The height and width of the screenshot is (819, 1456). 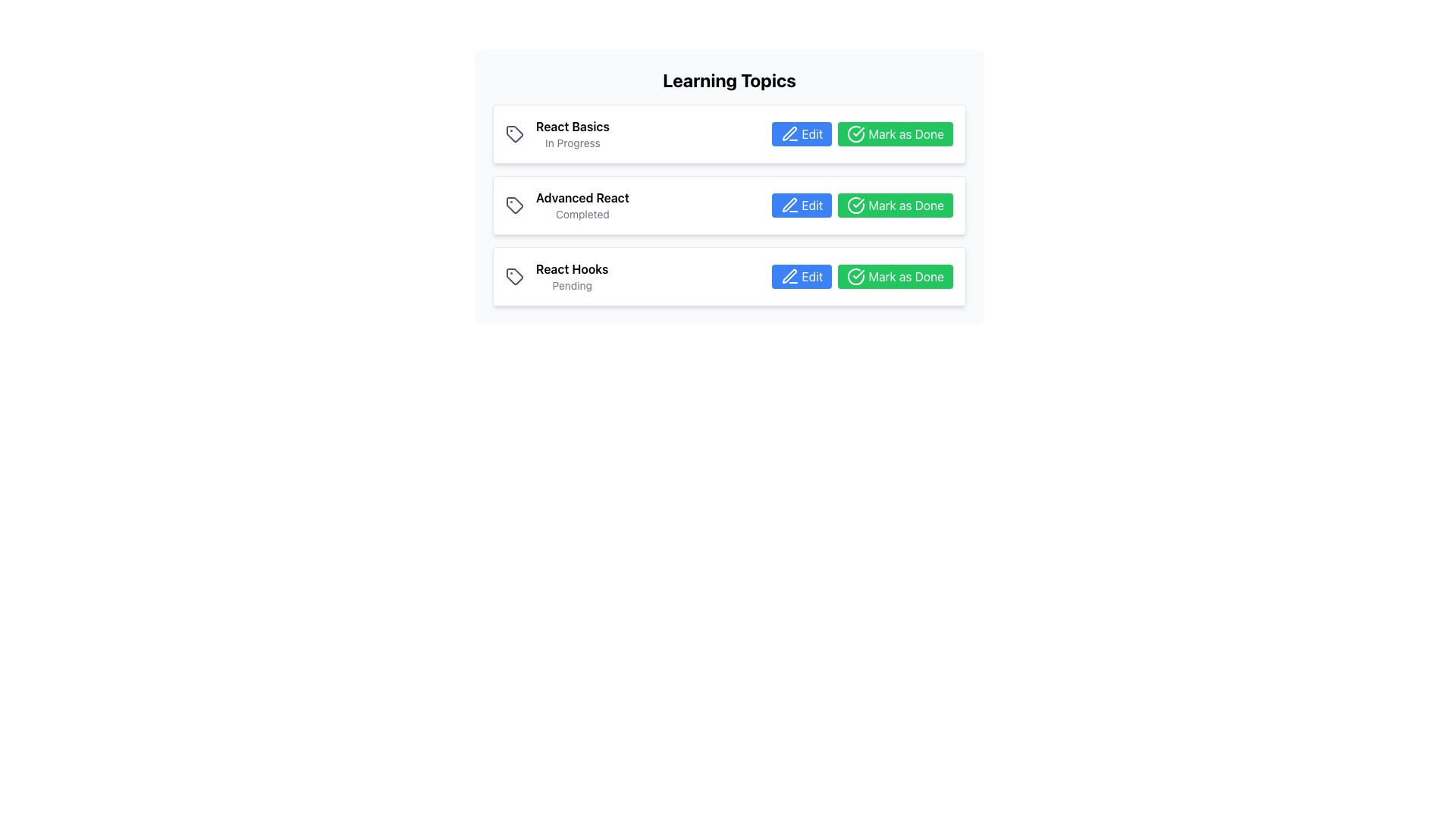 I want to click on the first icon indicating the 'React Hooks' topic, which is positioned to the left of the topic title in the UI, so click(x=514, y=277).